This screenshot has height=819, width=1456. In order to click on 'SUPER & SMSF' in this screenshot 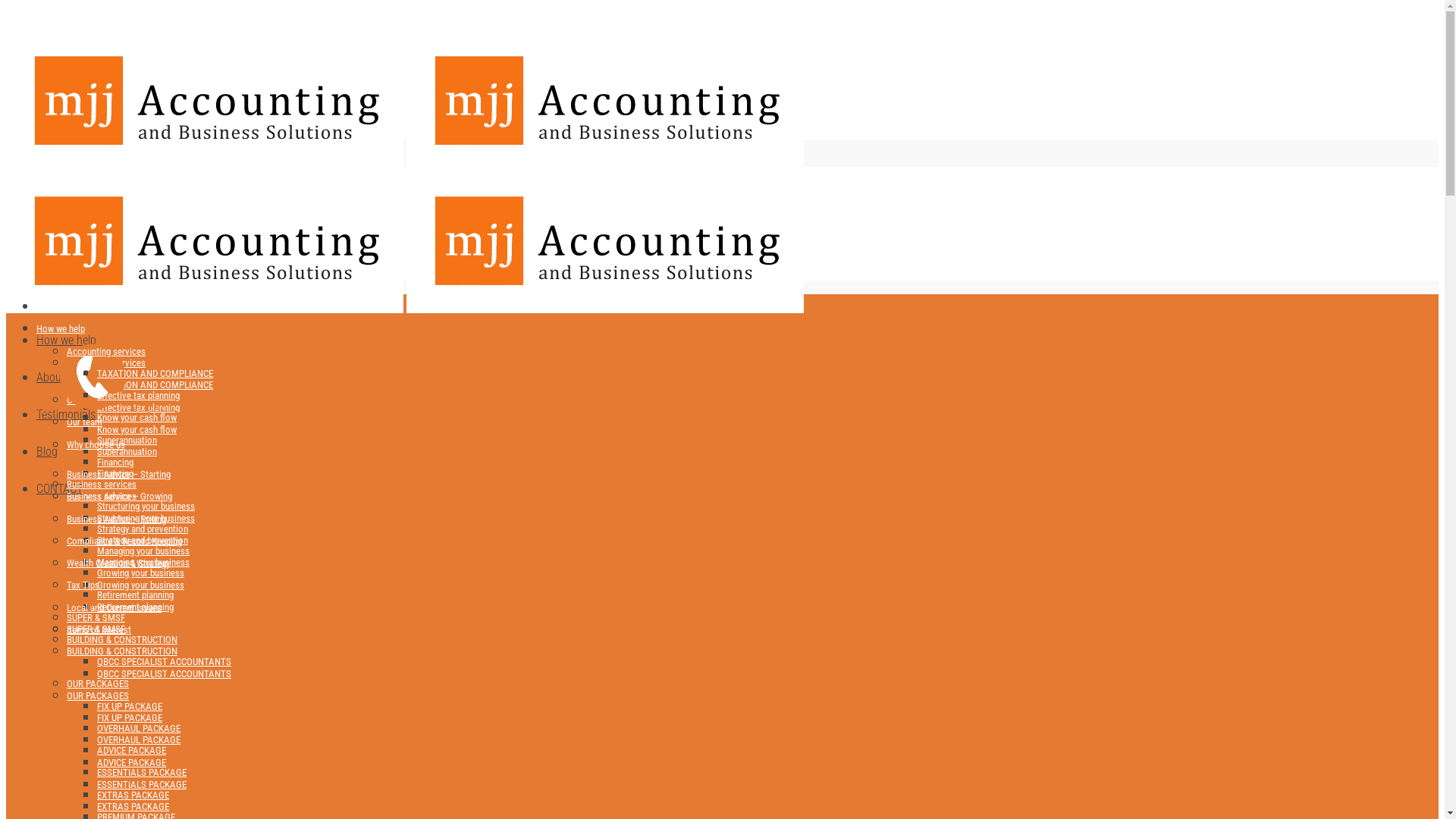, I will do `click(95, 629)`.